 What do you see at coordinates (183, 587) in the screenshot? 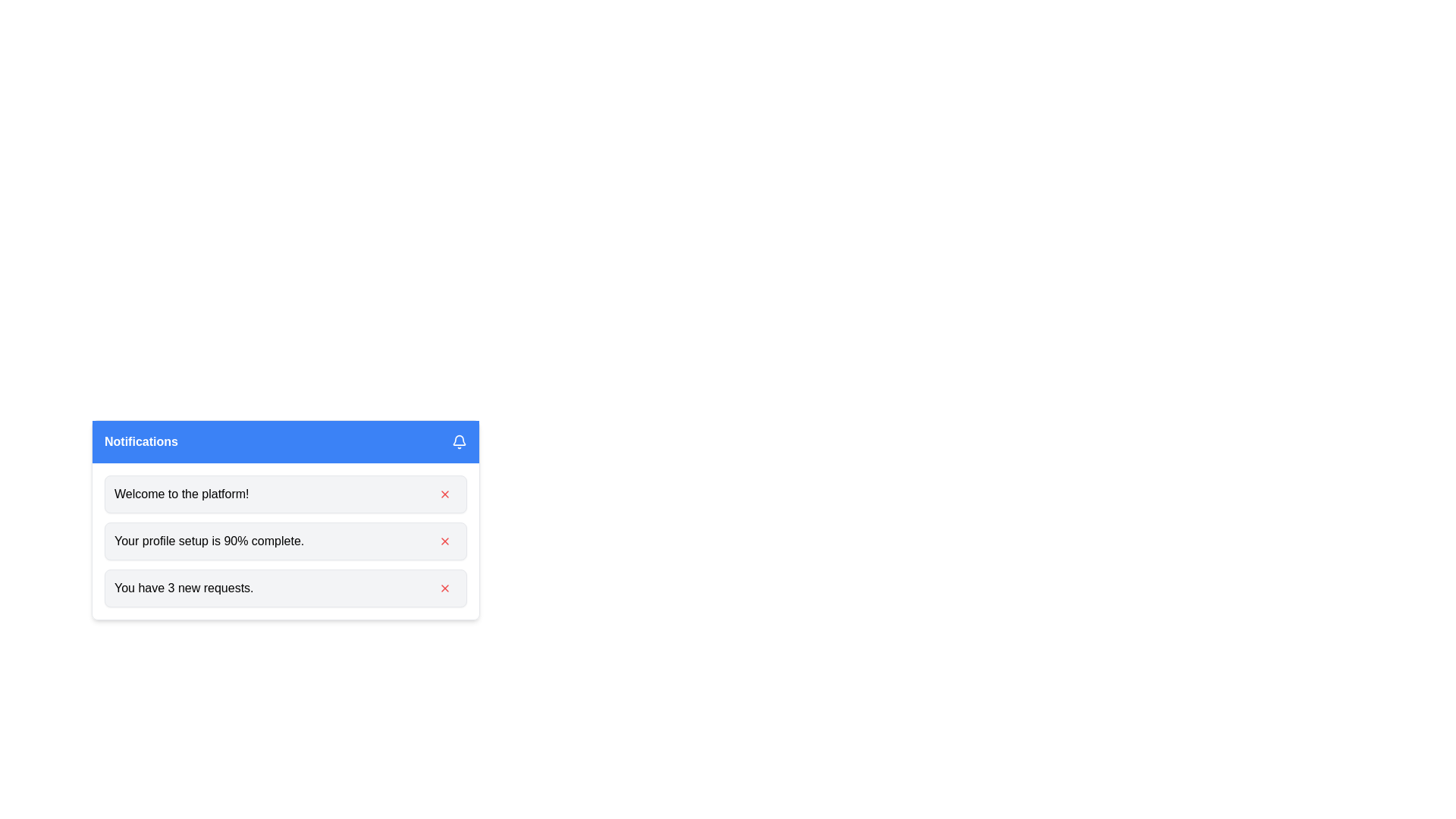
I see `the TextLabel displaying 'You have 3 new requests.' which is located in the third notification card of the notification panel` at bounding box center [183, 587].